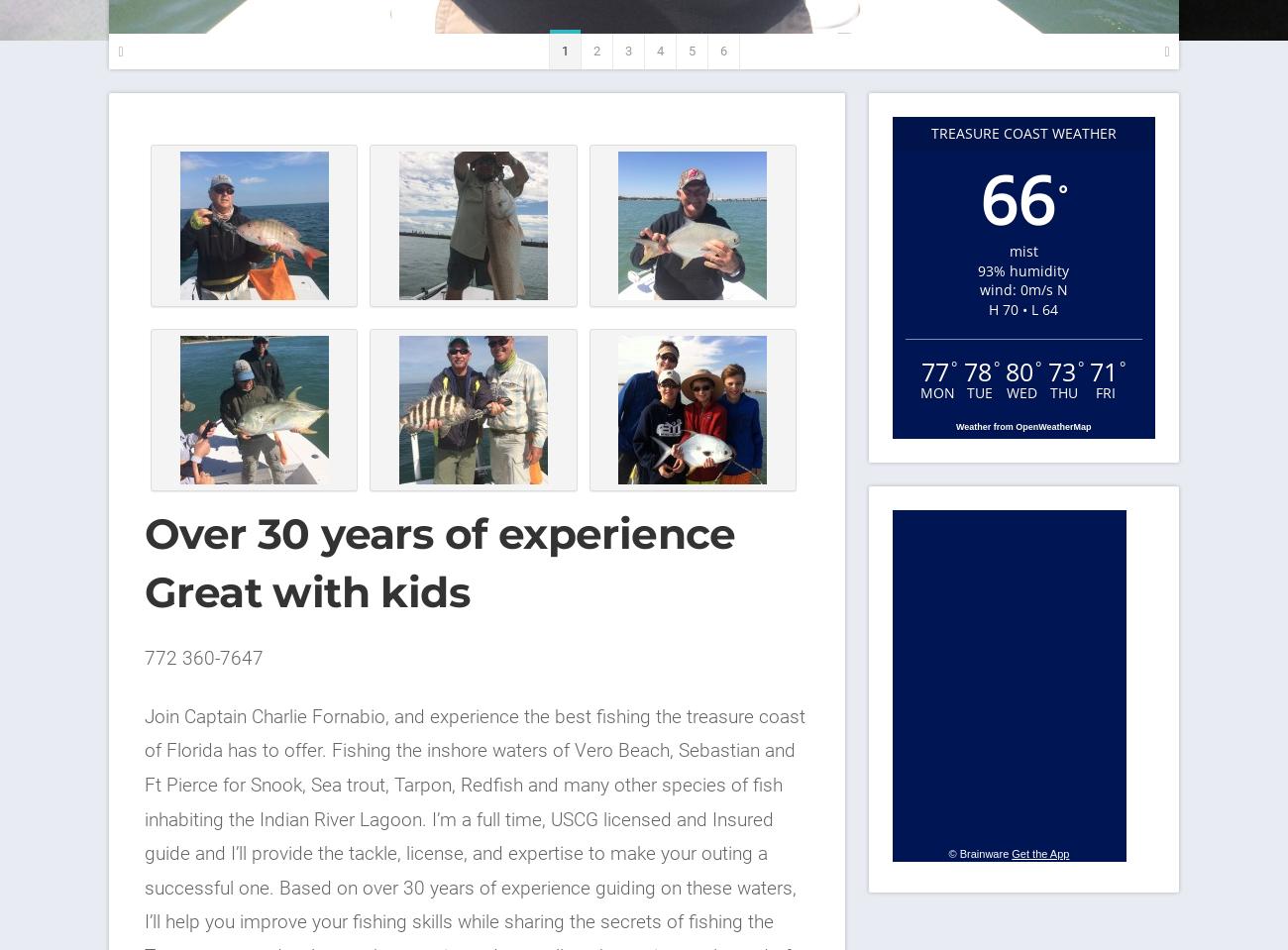 This screenshot has height=950, width=1288. Describe the element at coordinates (1063, 391) in the screenshot. I see `'Thu'` at that location.